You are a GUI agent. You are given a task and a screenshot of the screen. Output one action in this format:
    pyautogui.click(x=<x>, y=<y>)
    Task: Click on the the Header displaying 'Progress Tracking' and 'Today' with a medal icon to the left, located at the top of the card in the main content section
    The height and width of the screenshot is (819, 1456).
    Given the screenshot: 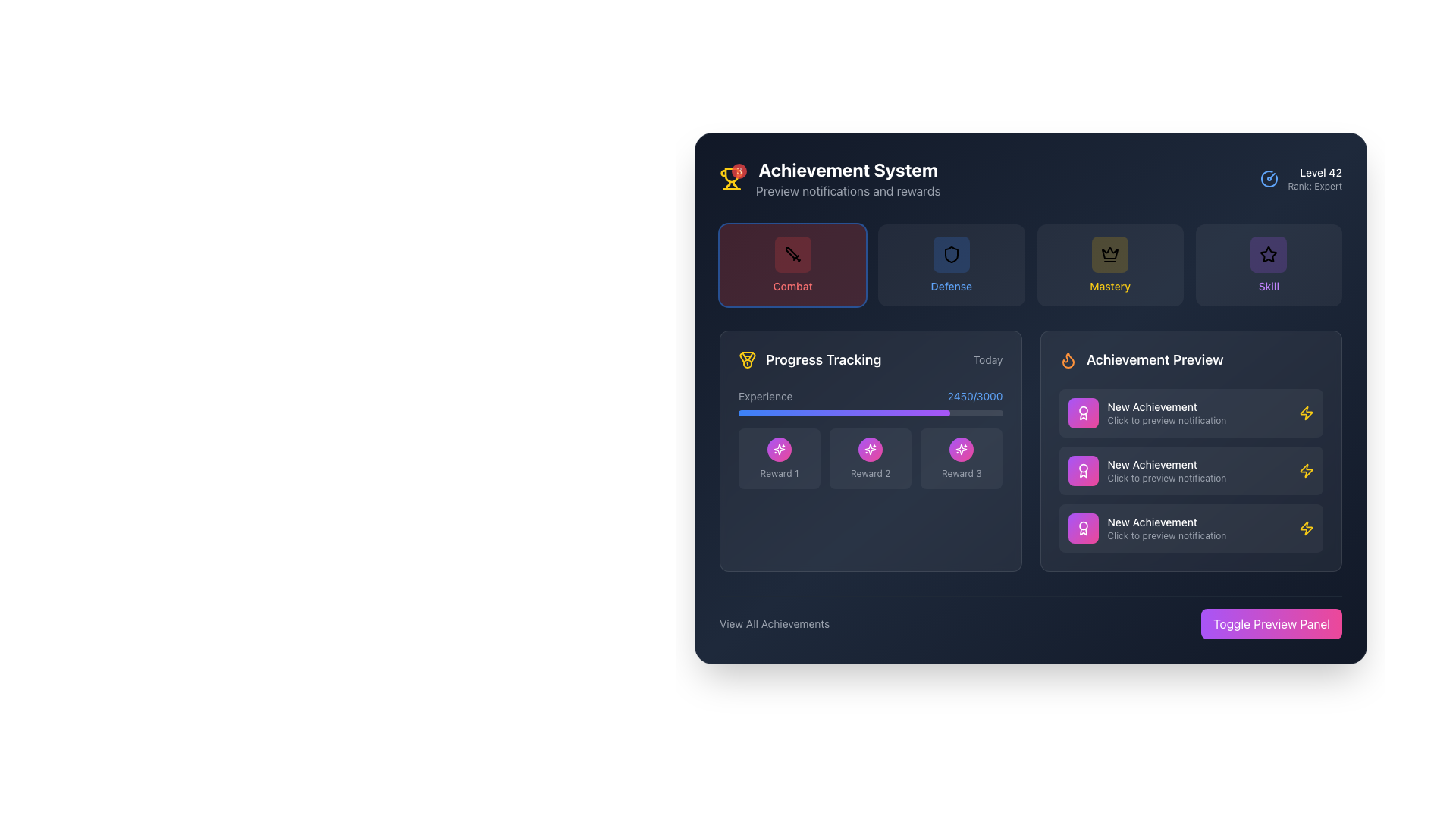 What is the action you would take?
    pyautogui.click(x=871, y=359)
    